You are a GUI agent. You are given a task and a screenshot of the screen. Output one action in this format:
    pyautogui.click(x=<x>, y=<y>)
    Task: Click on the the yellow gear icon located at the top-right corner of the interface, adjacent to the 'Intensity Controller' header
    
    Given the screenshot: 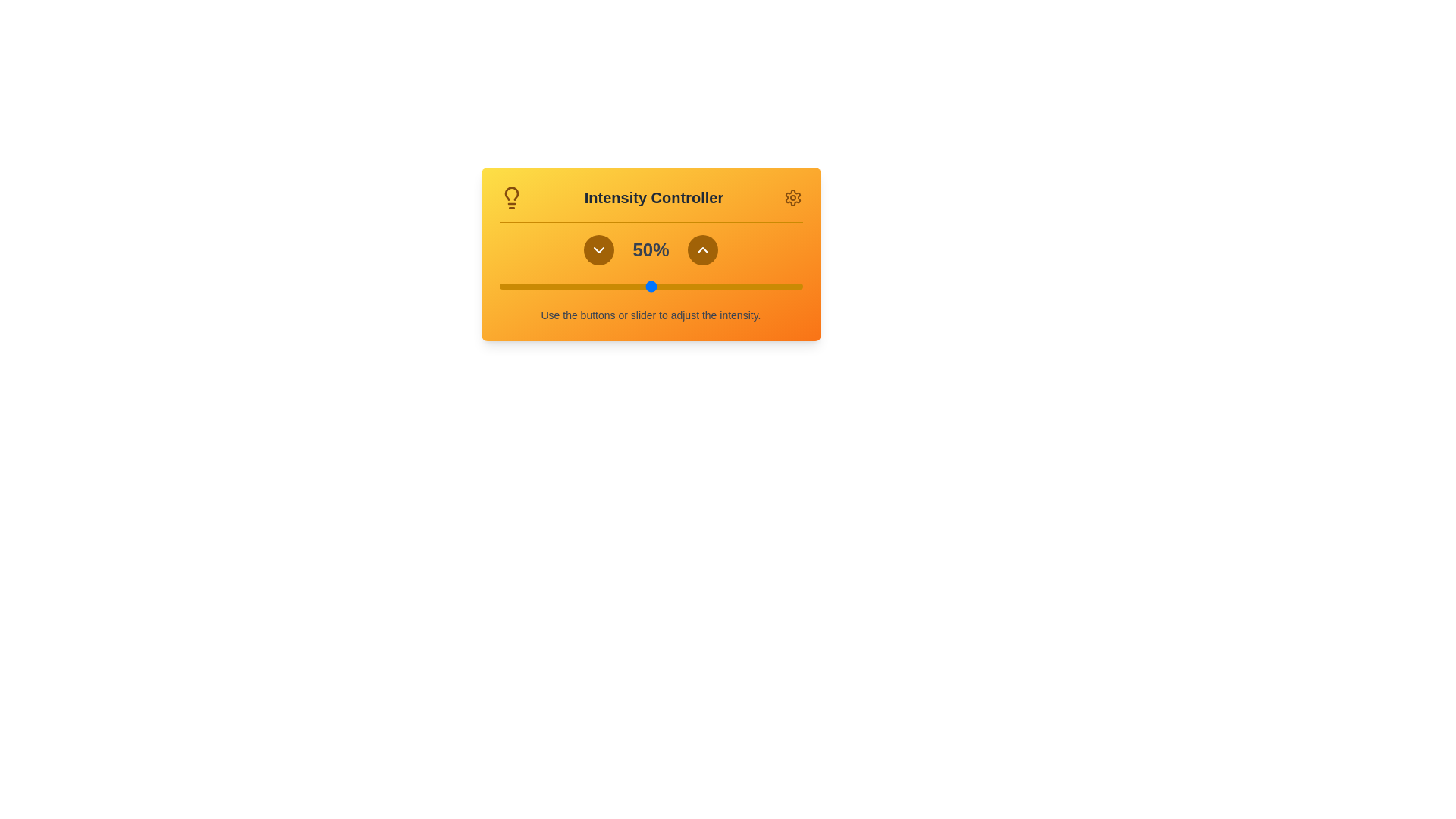 What is the action you would take?
    pyautogui.click(x=792, y=197)
    